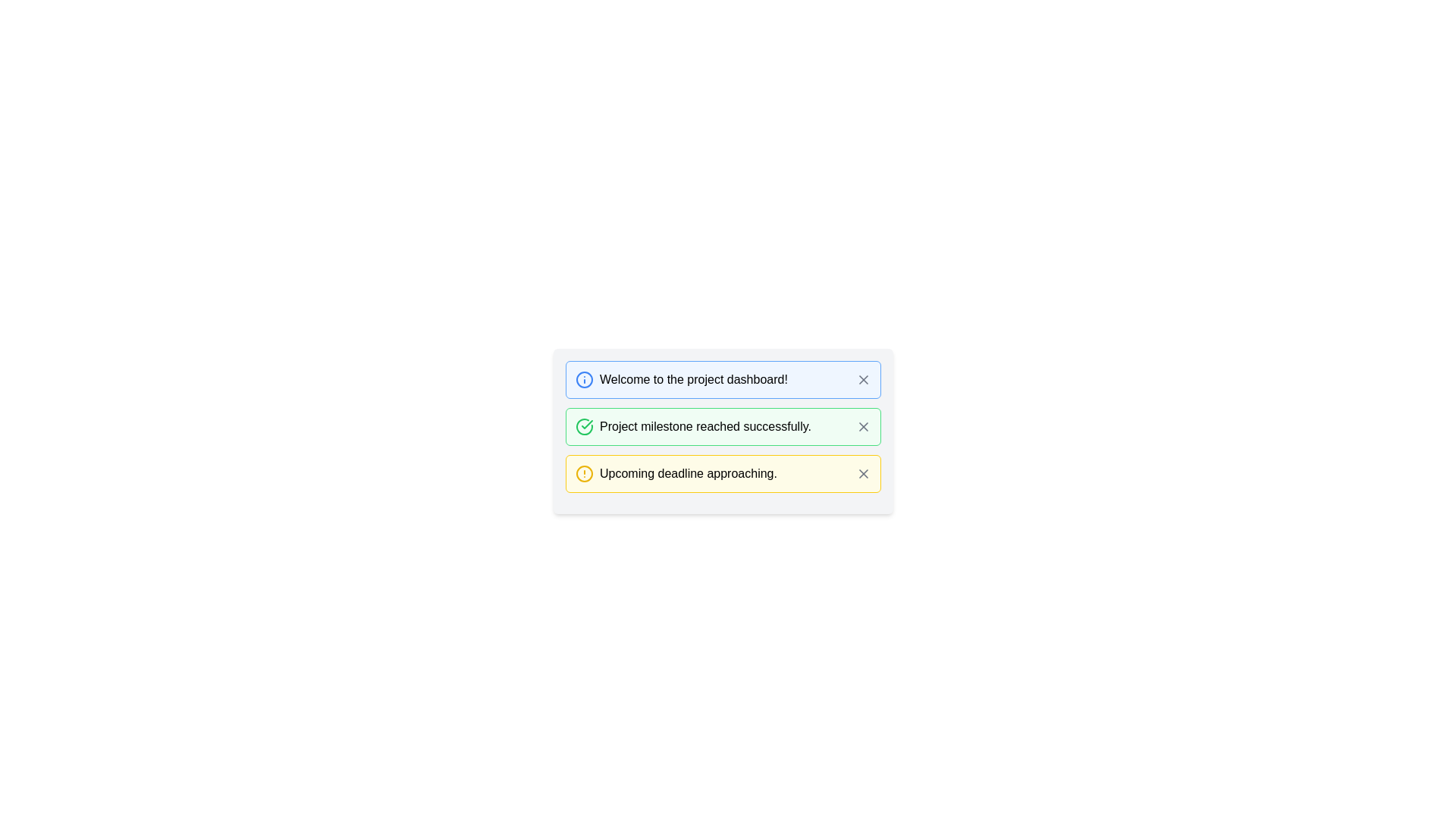 Image resolution: width=1456 pixels, height=819 pixels. Describe the element at coordinates (584, 379) in the screenshot. I see `the circular shape with a blue border that serves as the background of the exclamation mark, located at the start of the first notification card in the dashboard, preceding the text 'Welcome to the project dashboard!'` at that location.